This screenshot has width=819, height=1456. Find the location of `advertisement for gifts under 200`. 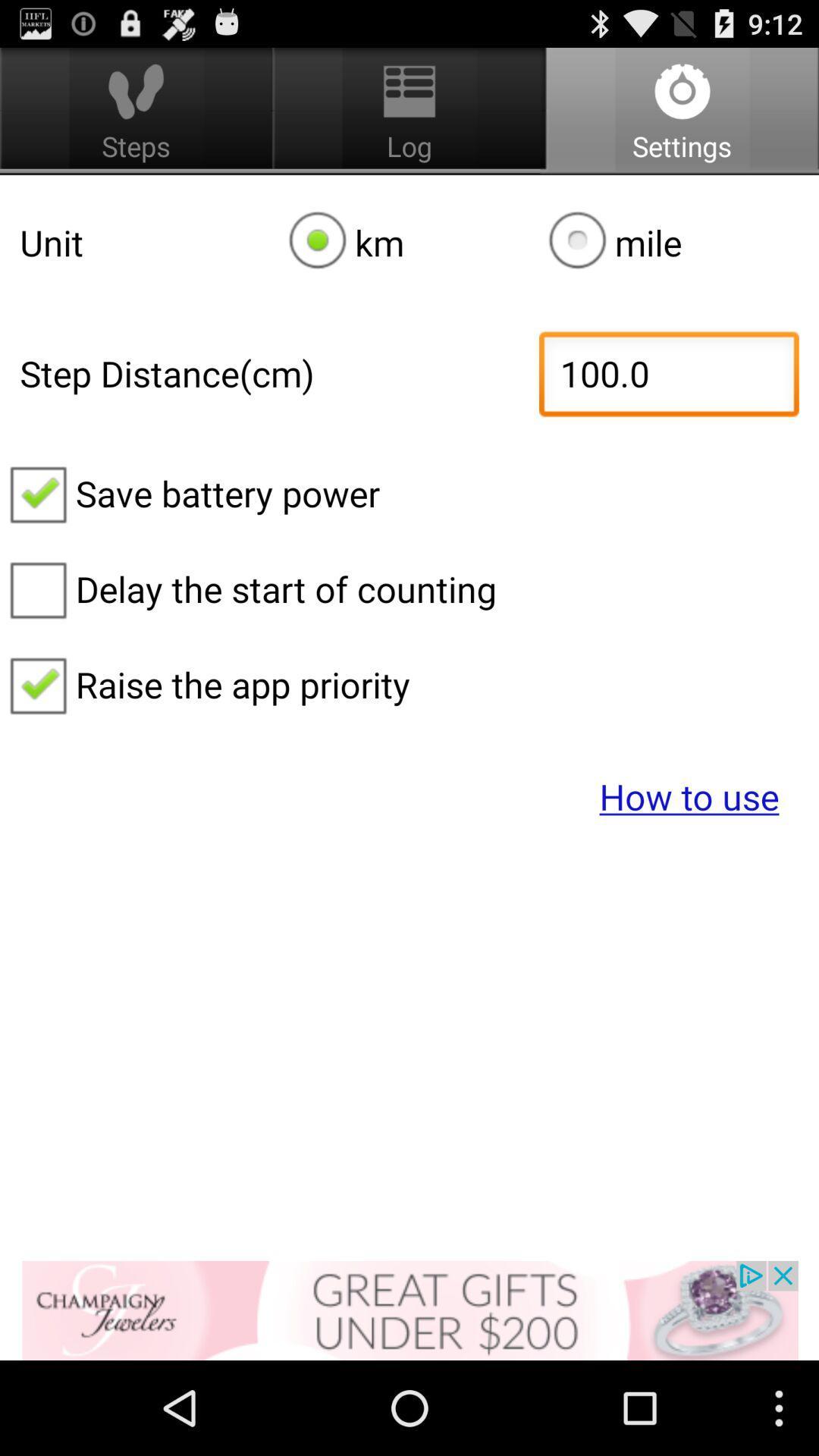

advertisement for gifts under 200 is located at coordinates (409, 1310).